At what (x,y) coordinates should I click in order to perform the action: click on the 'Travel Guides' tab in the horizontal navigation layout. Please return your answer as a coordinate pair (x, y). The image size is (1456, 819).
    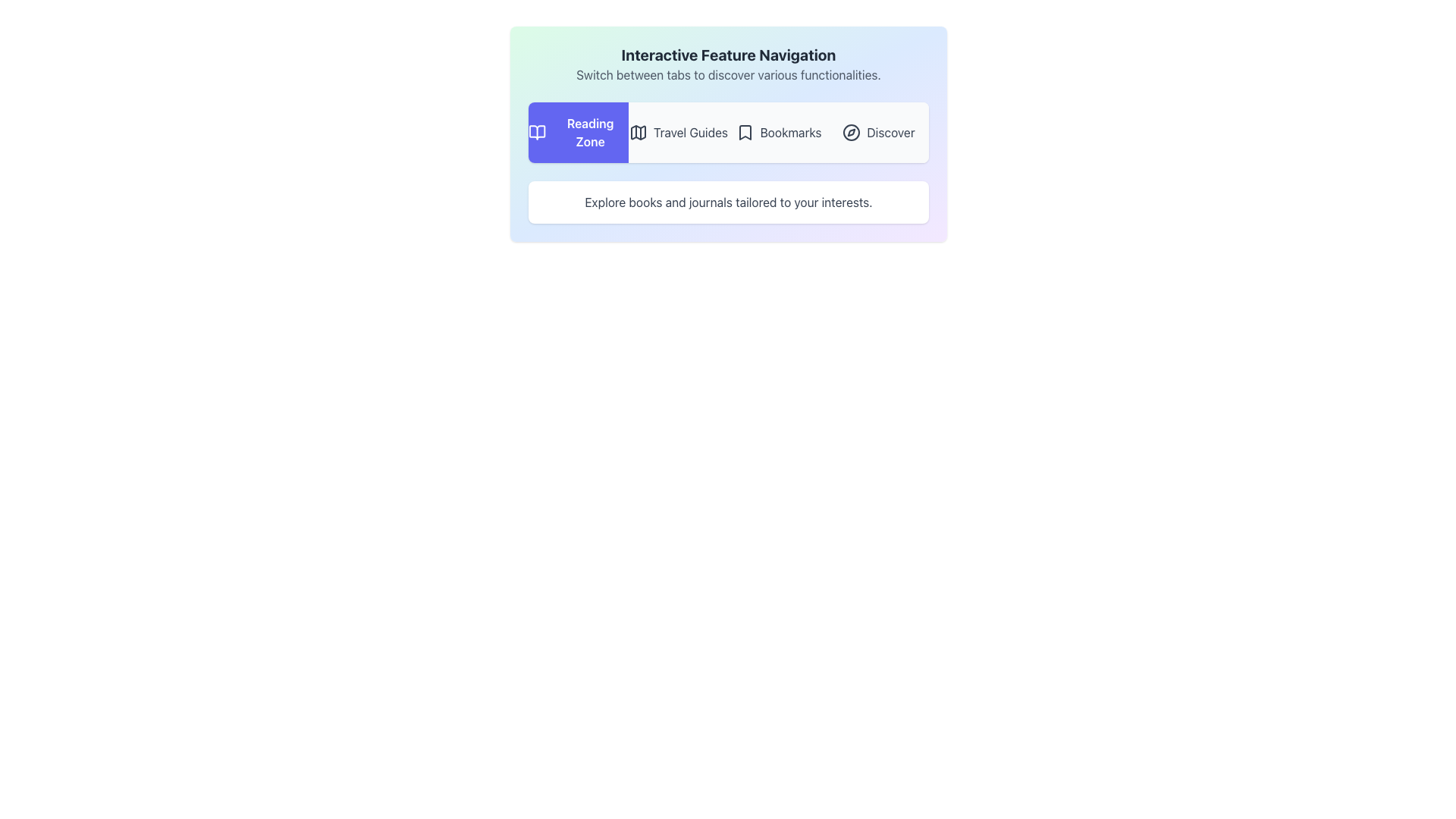
    Looking at the image, I should click on (728, 131).